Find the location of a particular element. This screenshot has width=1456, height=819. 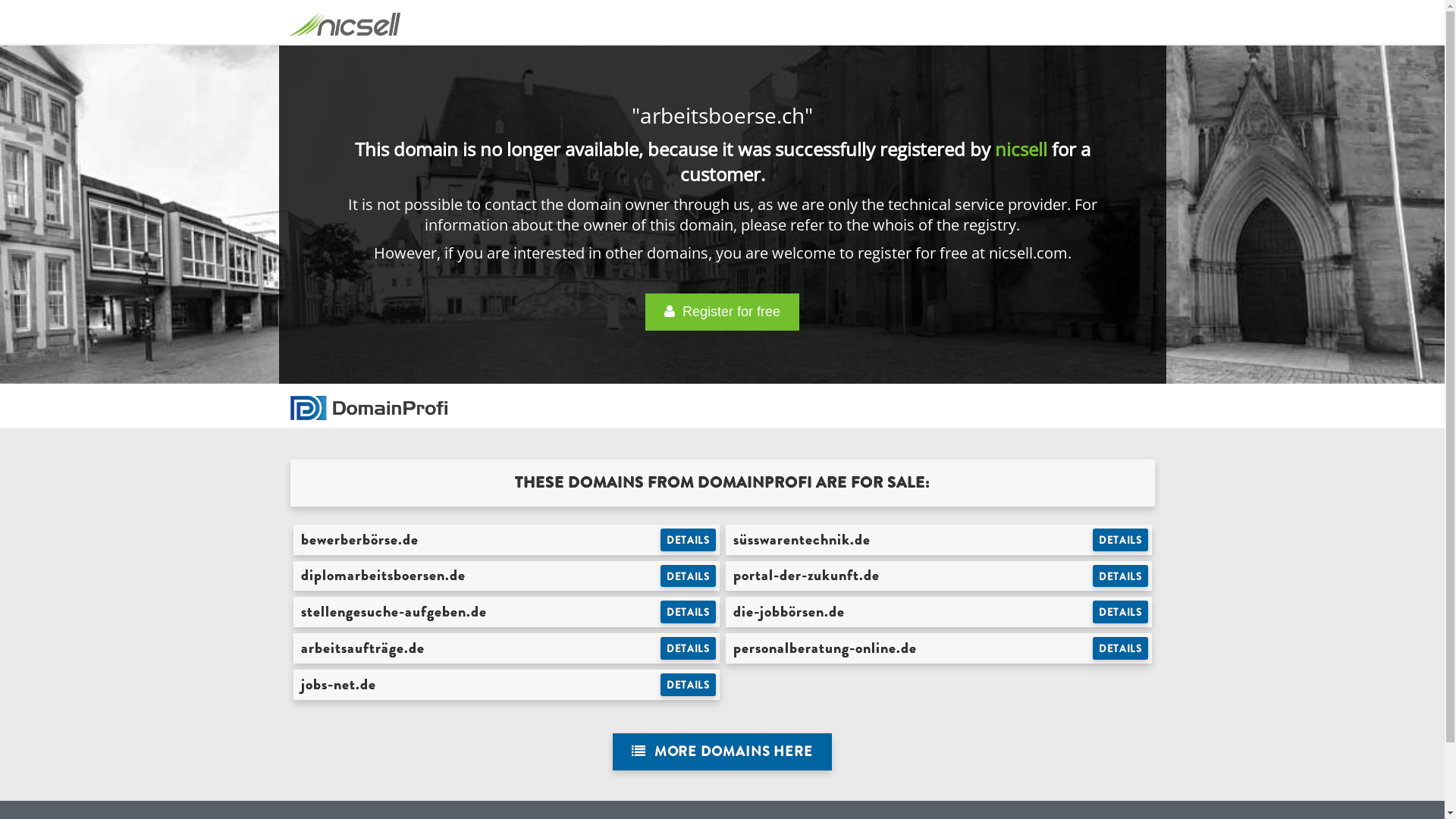

'DETAILS' is located at coordinates (687, 648).